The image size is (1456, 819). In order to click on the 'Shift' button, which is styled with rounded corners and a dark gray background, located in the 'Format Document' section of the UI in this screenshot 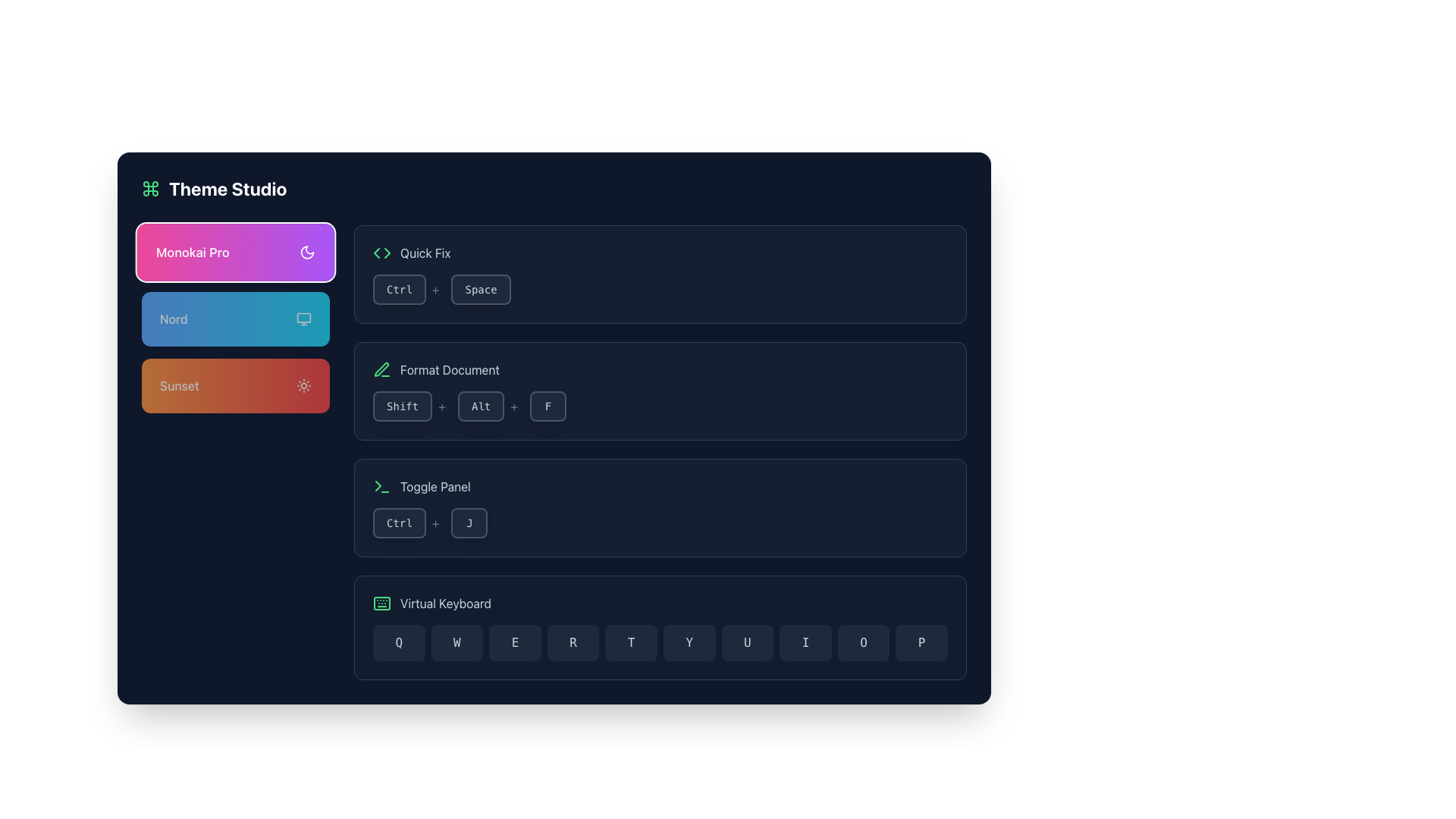, I will do `click(403, 406)`.